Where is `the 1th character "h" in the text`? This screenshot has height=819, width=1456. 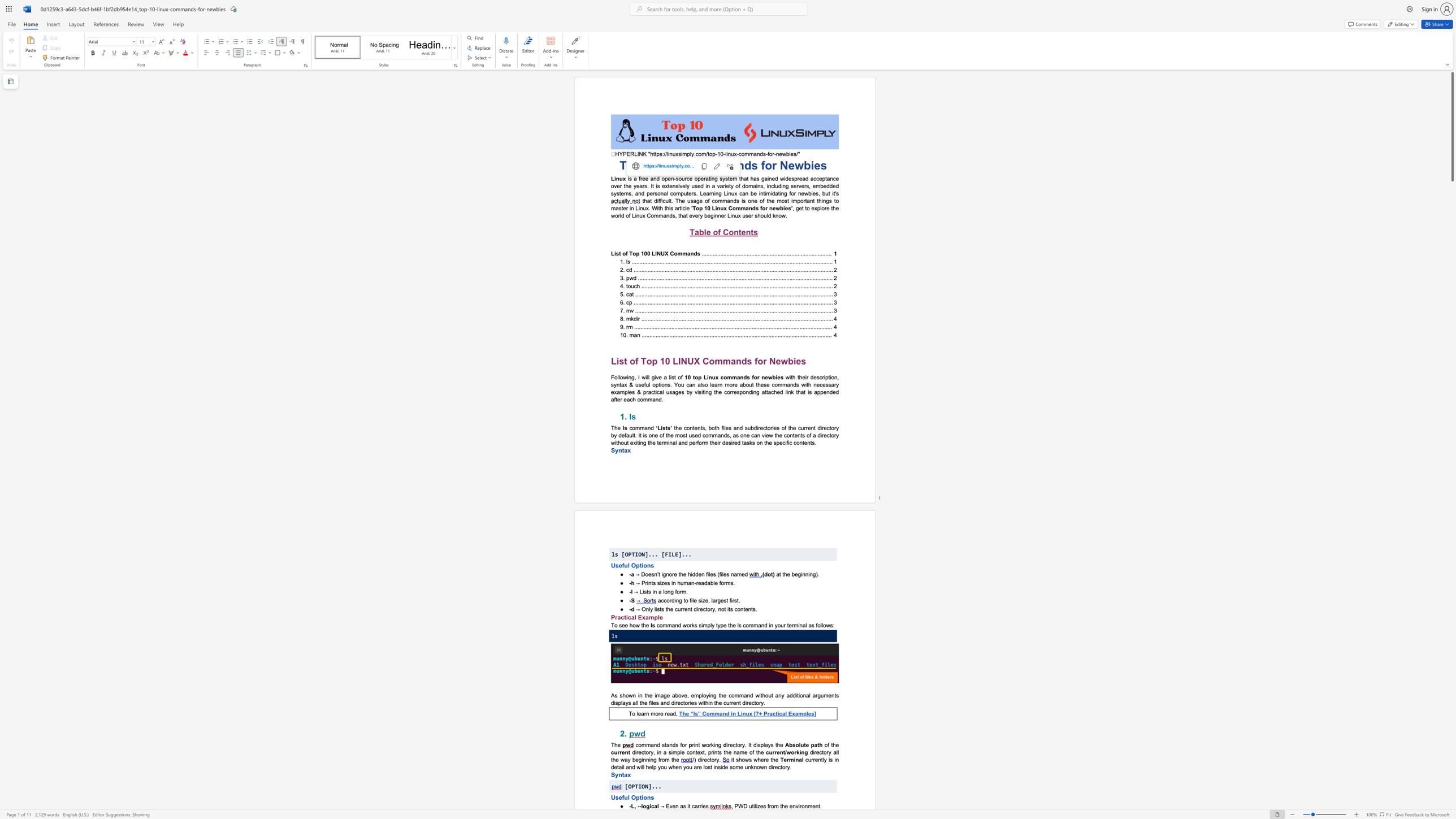 the 1th character "h" in the text is located at coordinates (742, 179).